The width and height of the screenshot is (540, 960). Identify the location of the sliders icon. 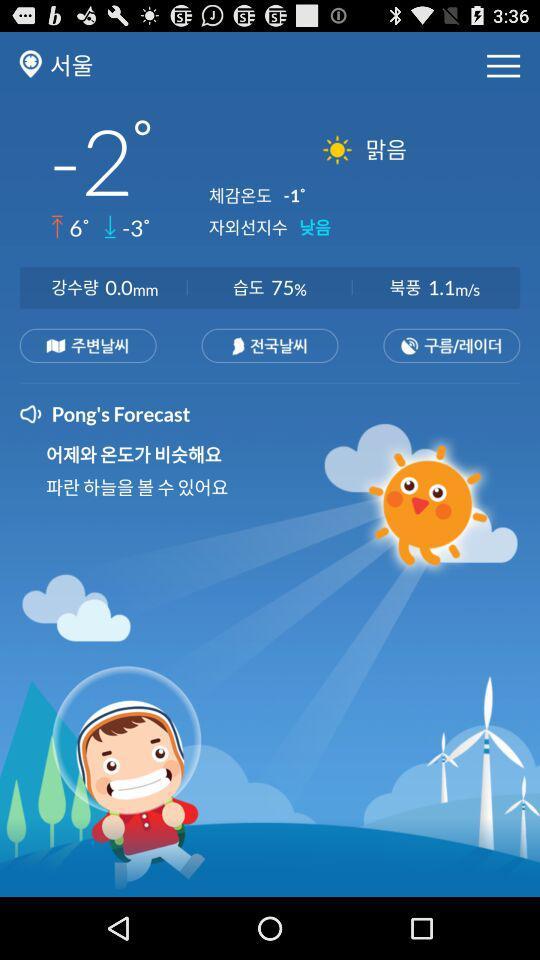
(87, 368).